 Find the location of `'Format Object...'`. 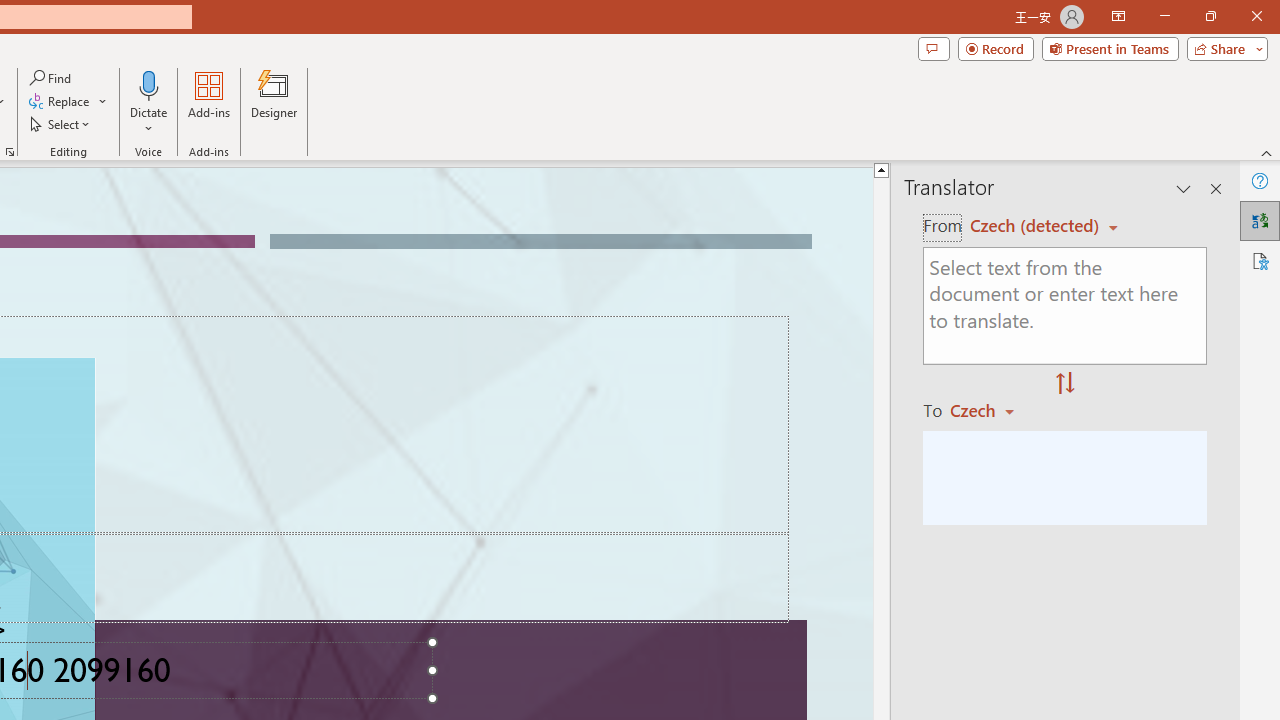

'Format Object...' is located at coordinates (10, 150).